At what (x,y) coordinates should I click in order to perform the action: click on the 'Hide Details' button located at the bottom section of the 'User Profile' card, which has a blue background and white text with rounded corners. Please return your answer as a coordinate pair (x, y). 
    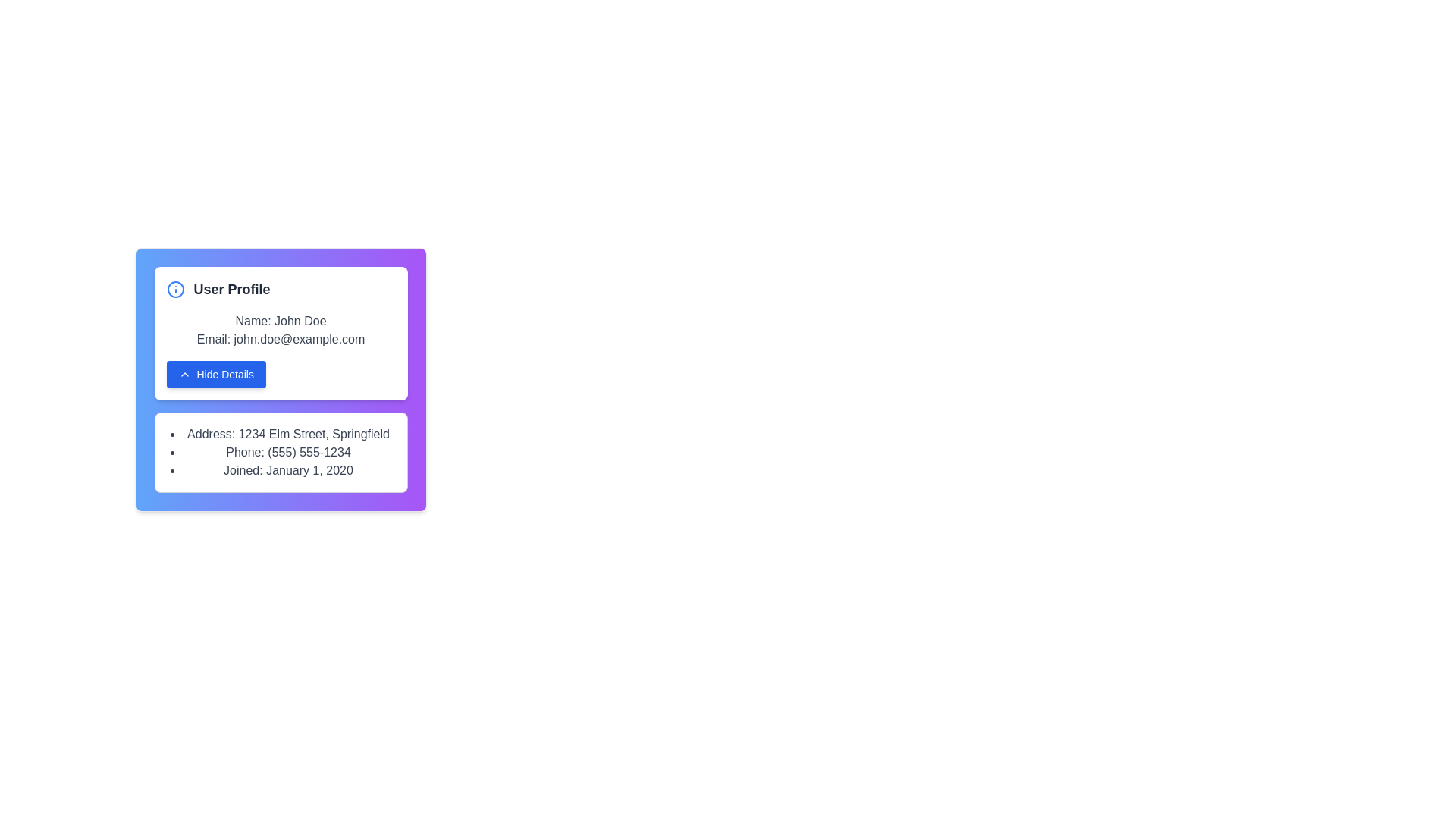
    Looking at the image, I should click on (215, 374).